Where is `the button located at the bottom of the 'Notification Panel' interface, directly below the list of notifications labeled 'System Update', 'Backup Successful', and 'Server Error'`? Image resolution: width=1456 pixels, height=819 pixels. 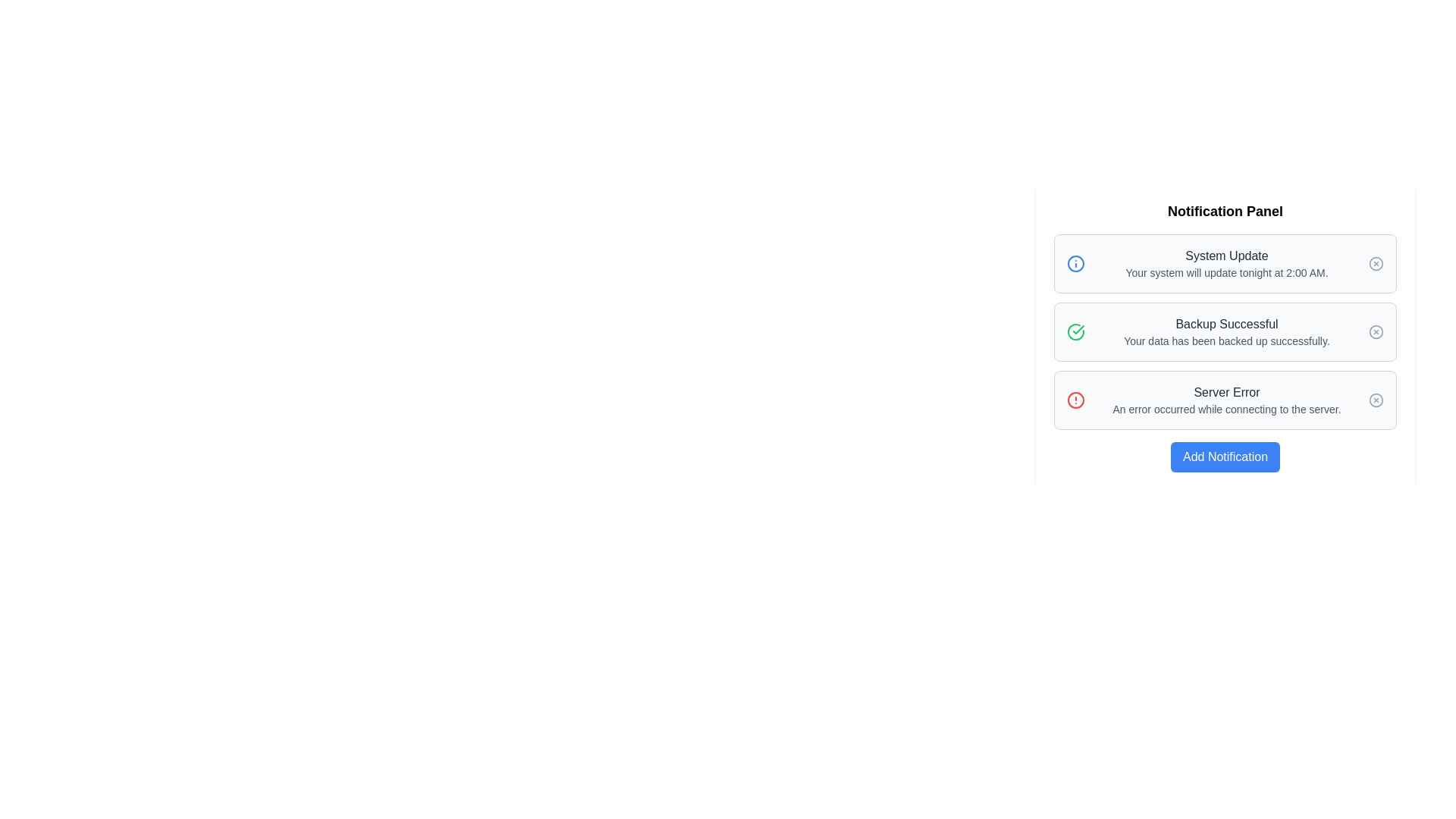
the button located at the bottom of the 'Notification Panel' interface, directly below the list of notifications labeled 'System Update', 'Backup Successful', and 'Server Error' is located at coordinates (1225, 456).